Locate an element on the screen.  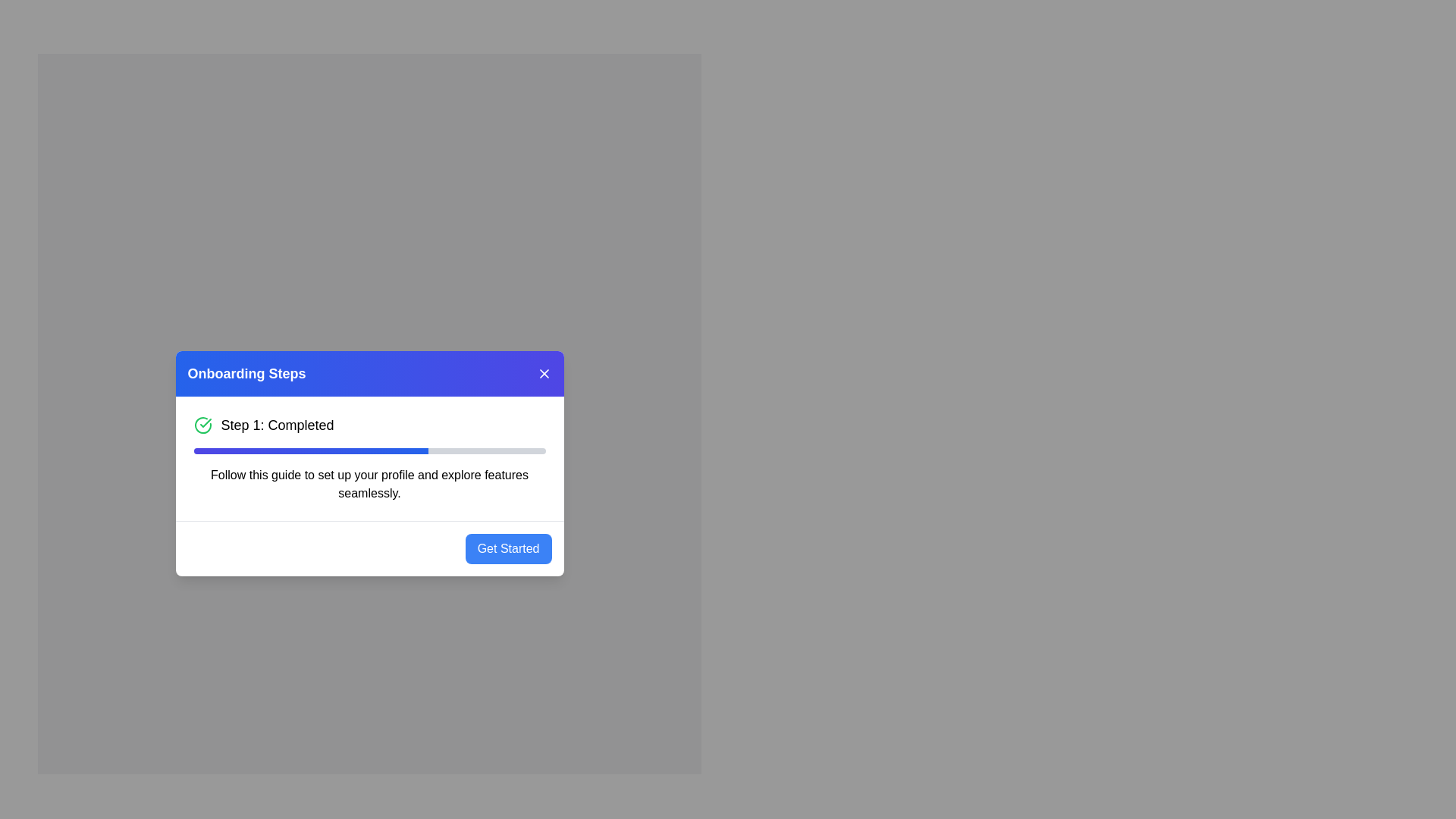
the icon representing the completion of 'Step 1: Completed', which is positioned to the far left of the segment adjacent to the step title text is located at coordinates (202, 425).